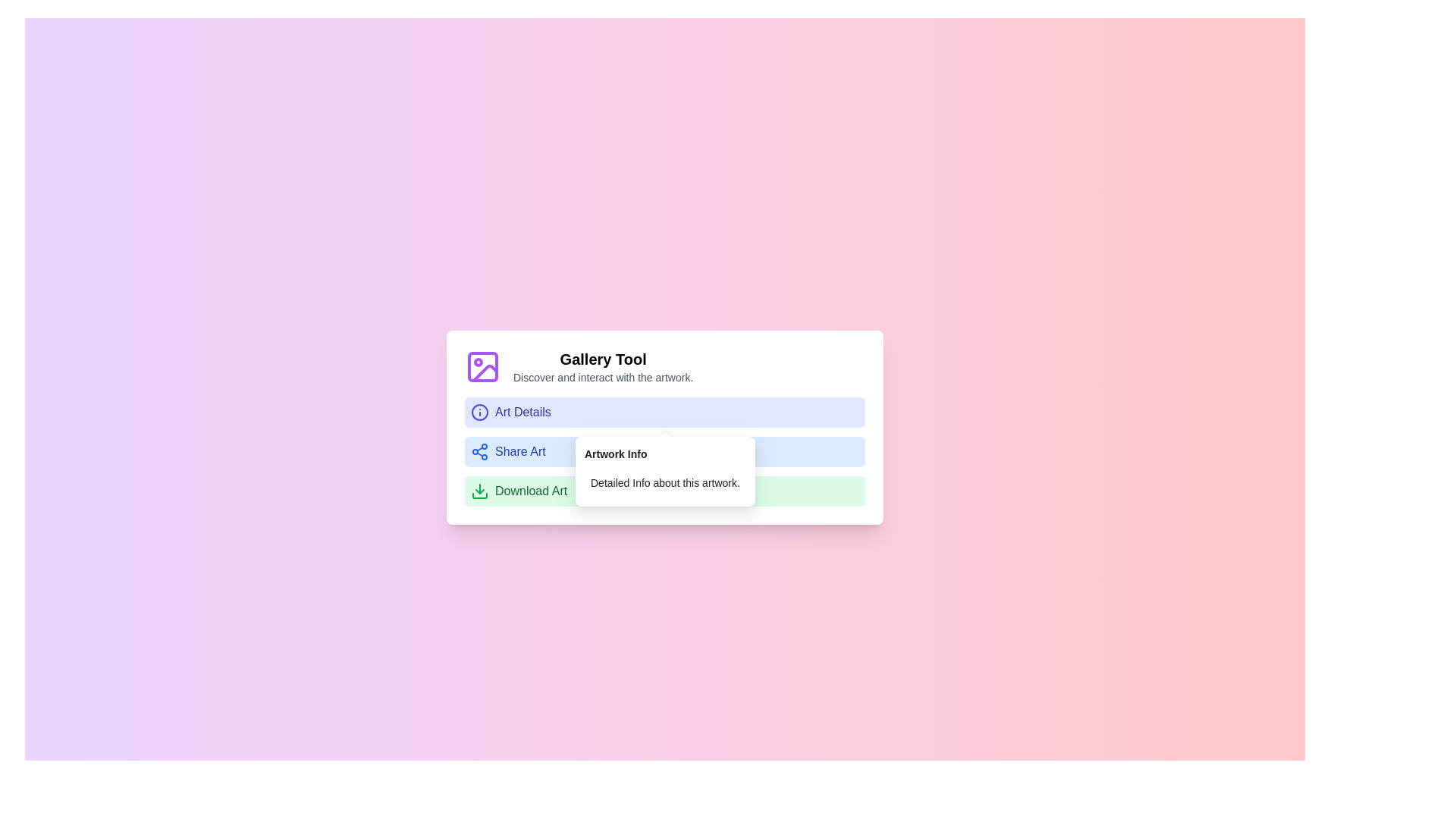  I want to click on the text label that provides a descriptive identifier for the associated menu option, located within a rounded background and positioned second in a vertical list of options, so click(522, 412).